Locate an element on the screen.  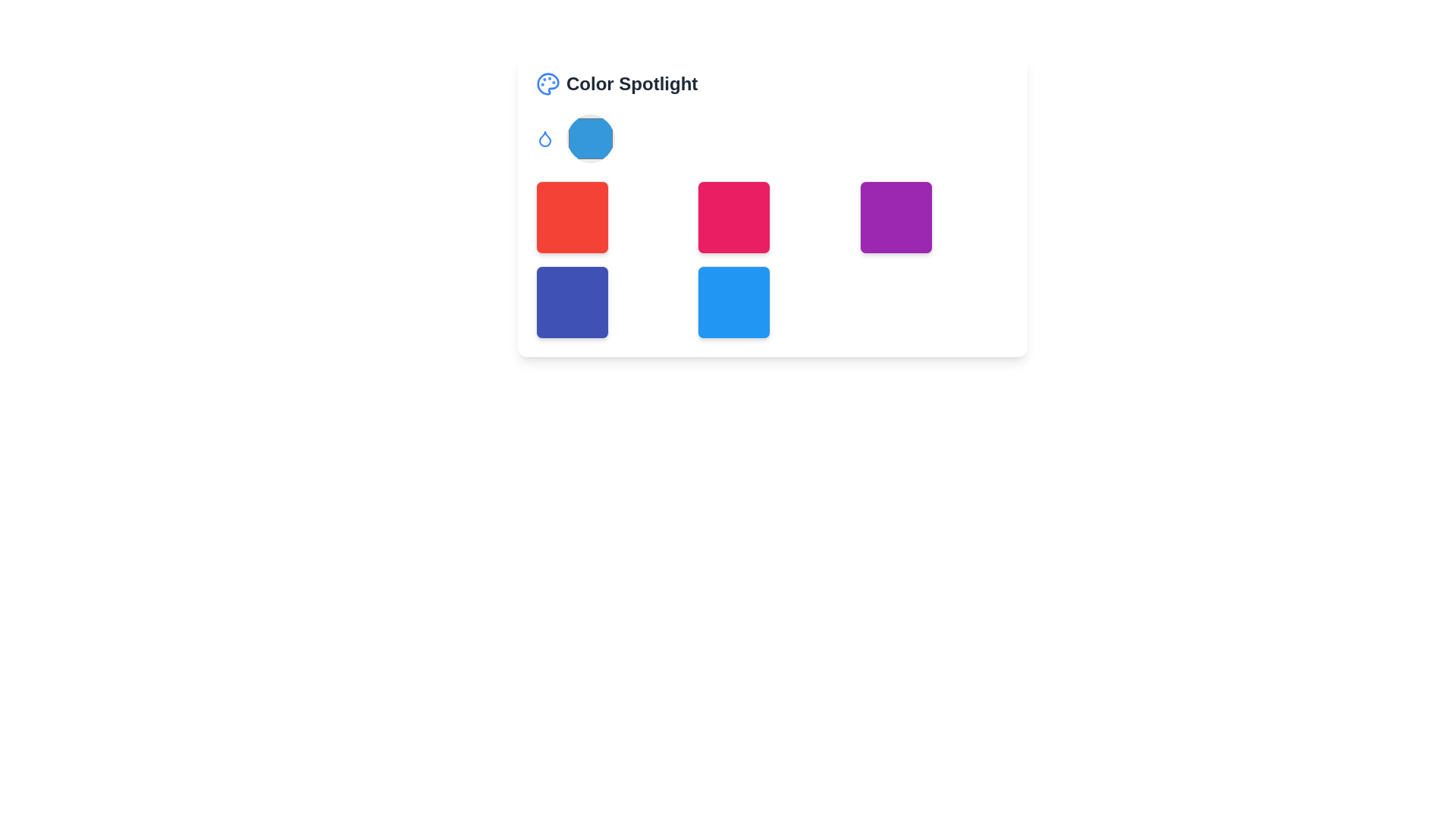
the blue circular button that is likely a color selector with the color code #3498db is located at coordinates (589, 138).